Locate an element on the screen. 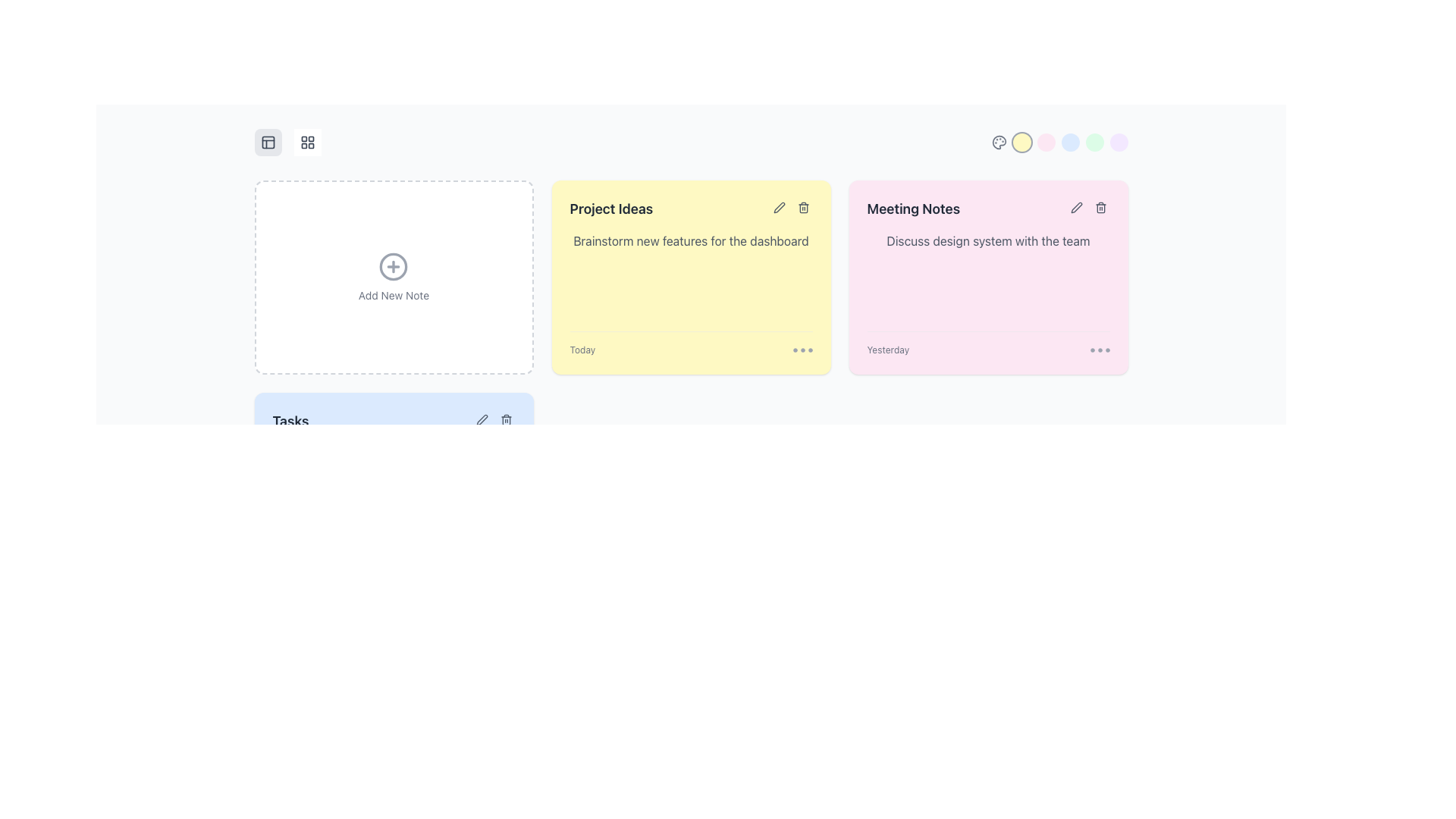 This screenshot has width=1456, height=819. the text label that indicates the functionality of adding a new note, located directly below the circular plus icon in the first panel of the grid arrangement is located at coordinates (394, 295).